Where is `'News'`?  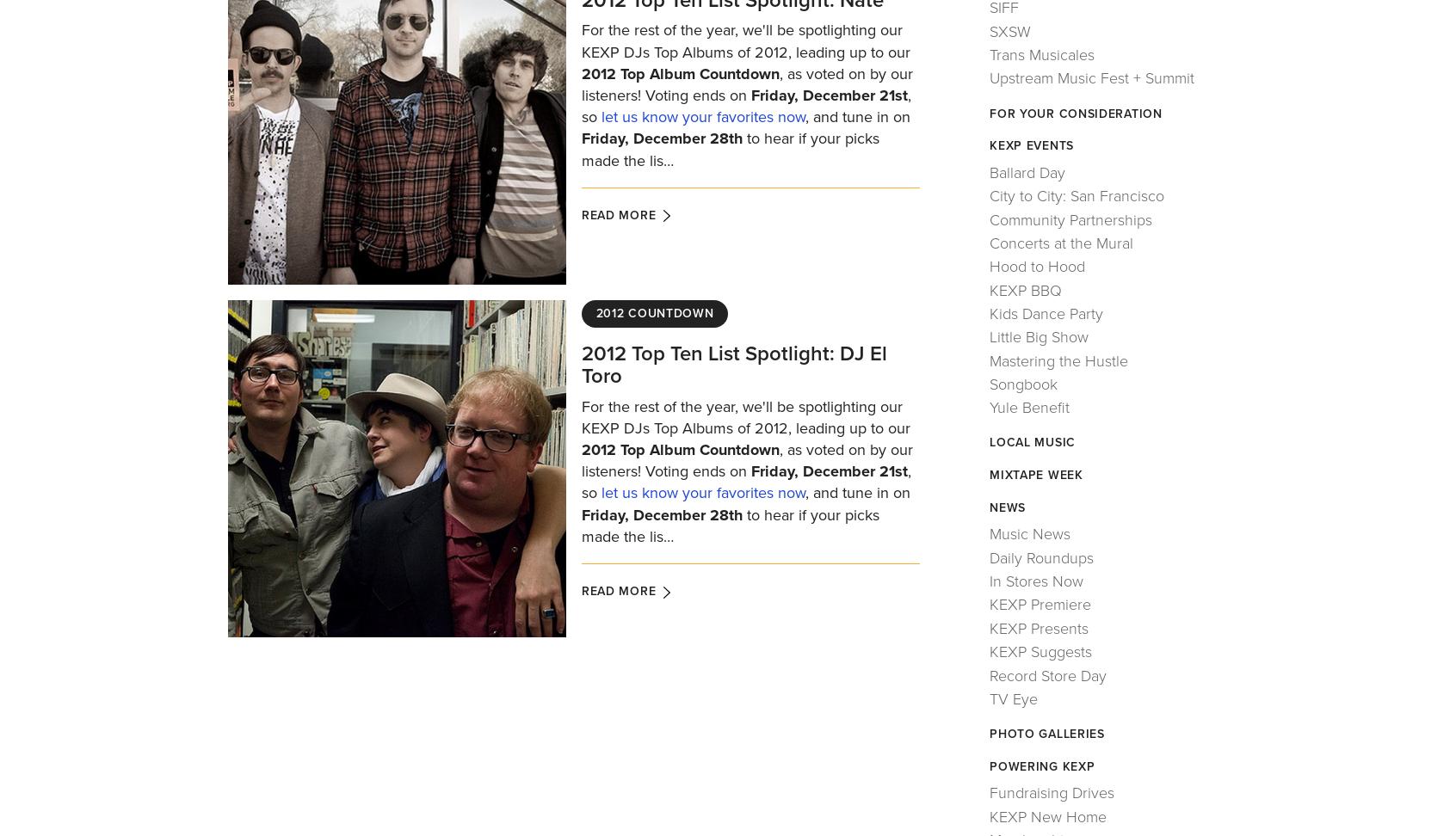 'News' is located at coordinates (1007, 506).